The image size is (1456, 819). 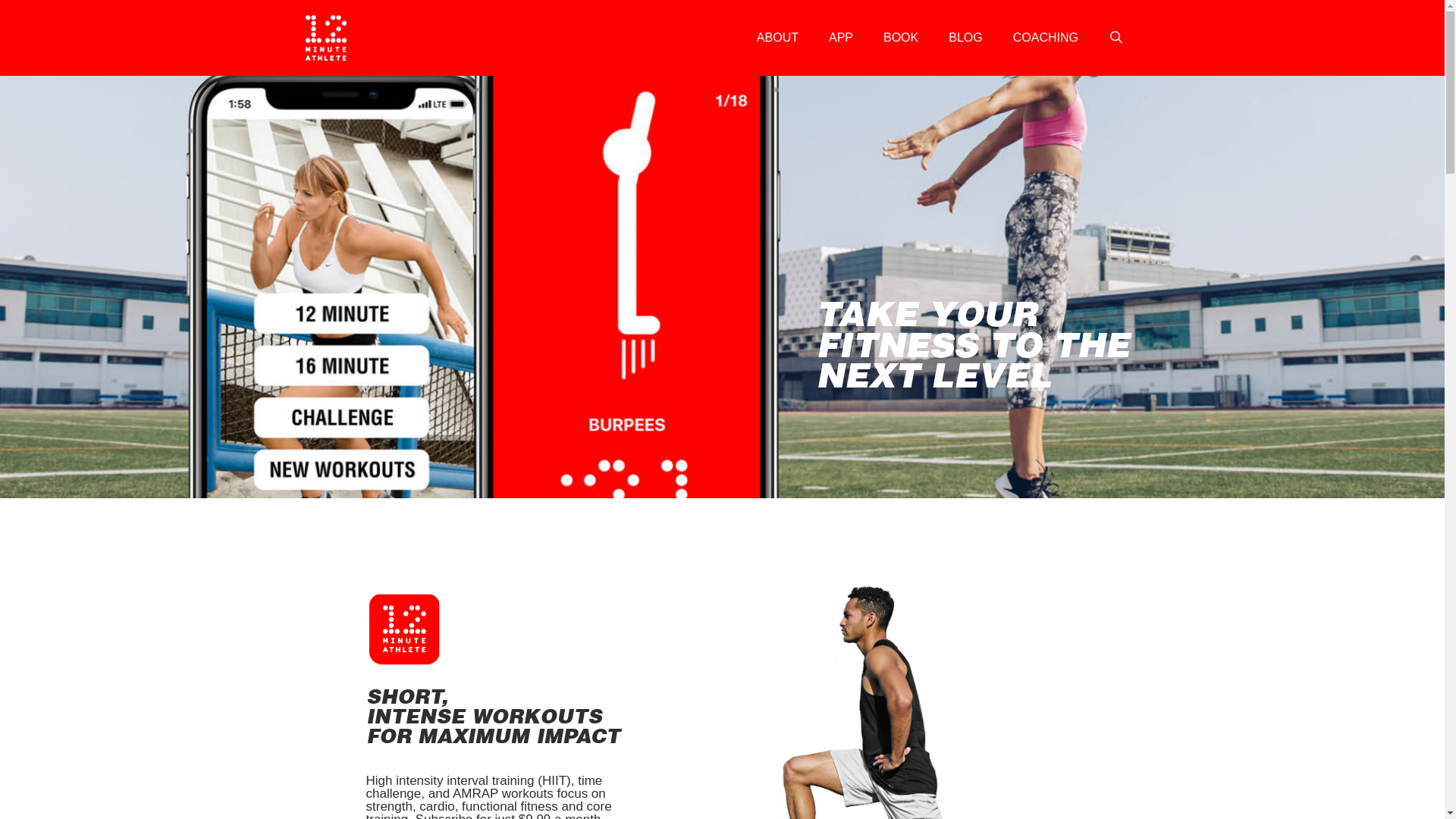 I want to click on 'ABOUT', so click(x=777, y=37).